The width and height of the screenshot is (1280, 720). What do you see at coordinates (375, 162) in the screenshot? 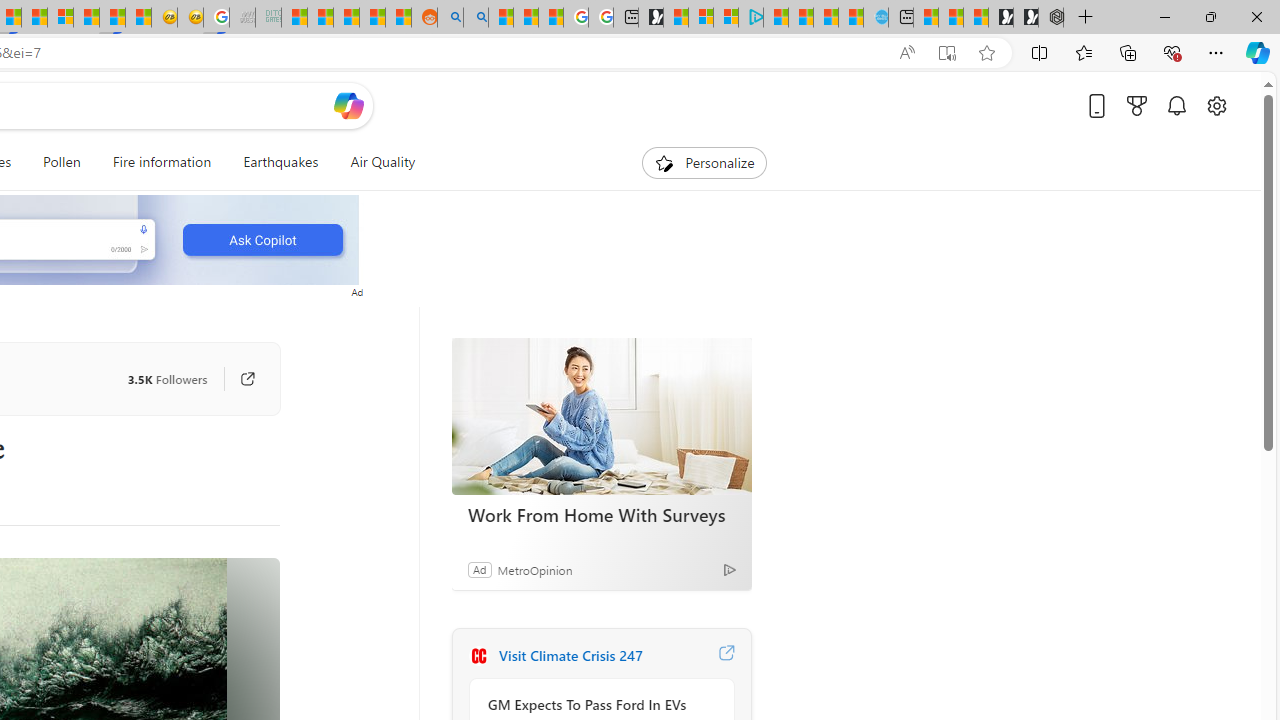
I see `'Air Quality'` at bounding box center [375, 162].